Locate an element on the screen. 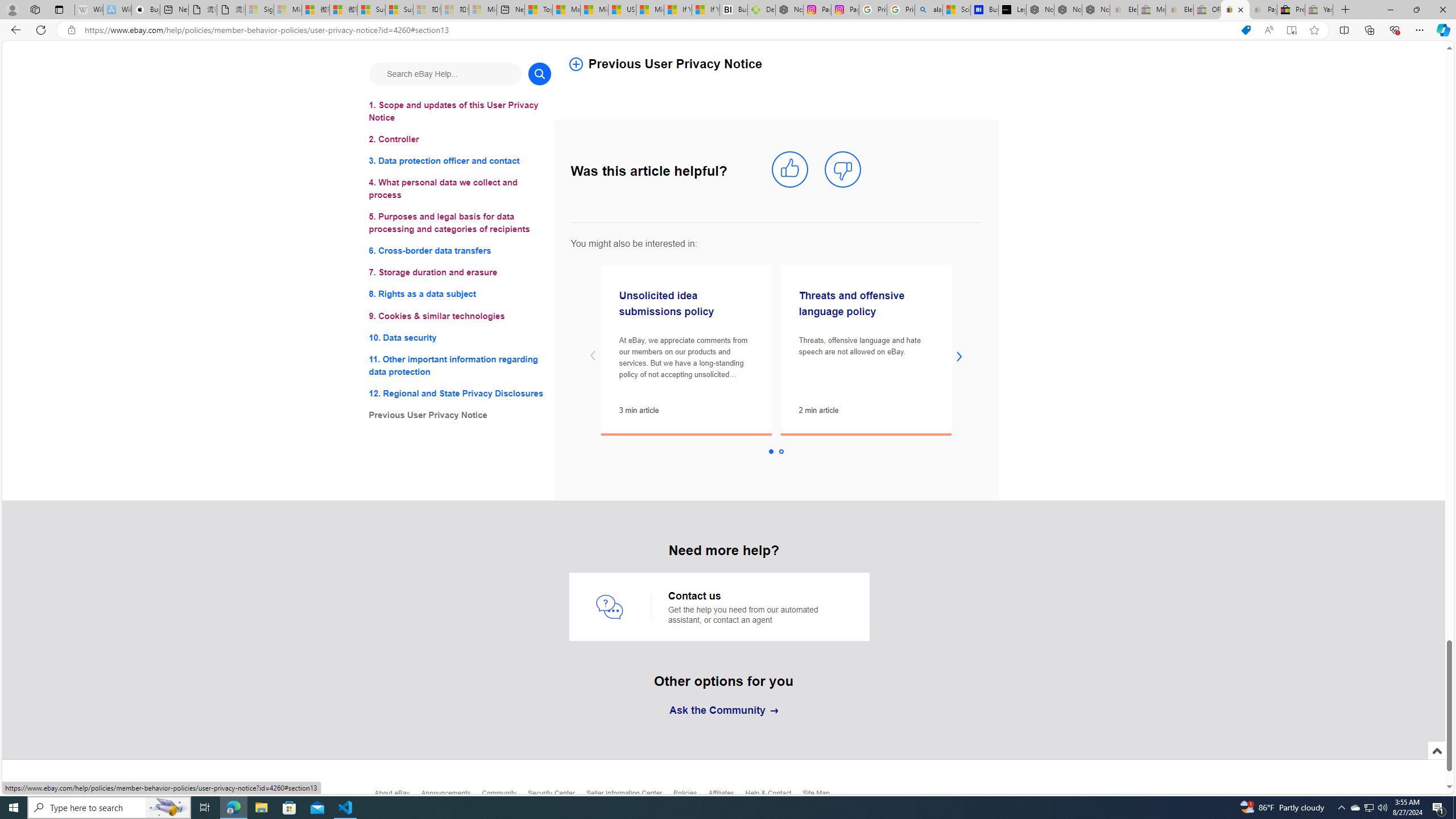  'next slide' is located at coordinates (959, 355).